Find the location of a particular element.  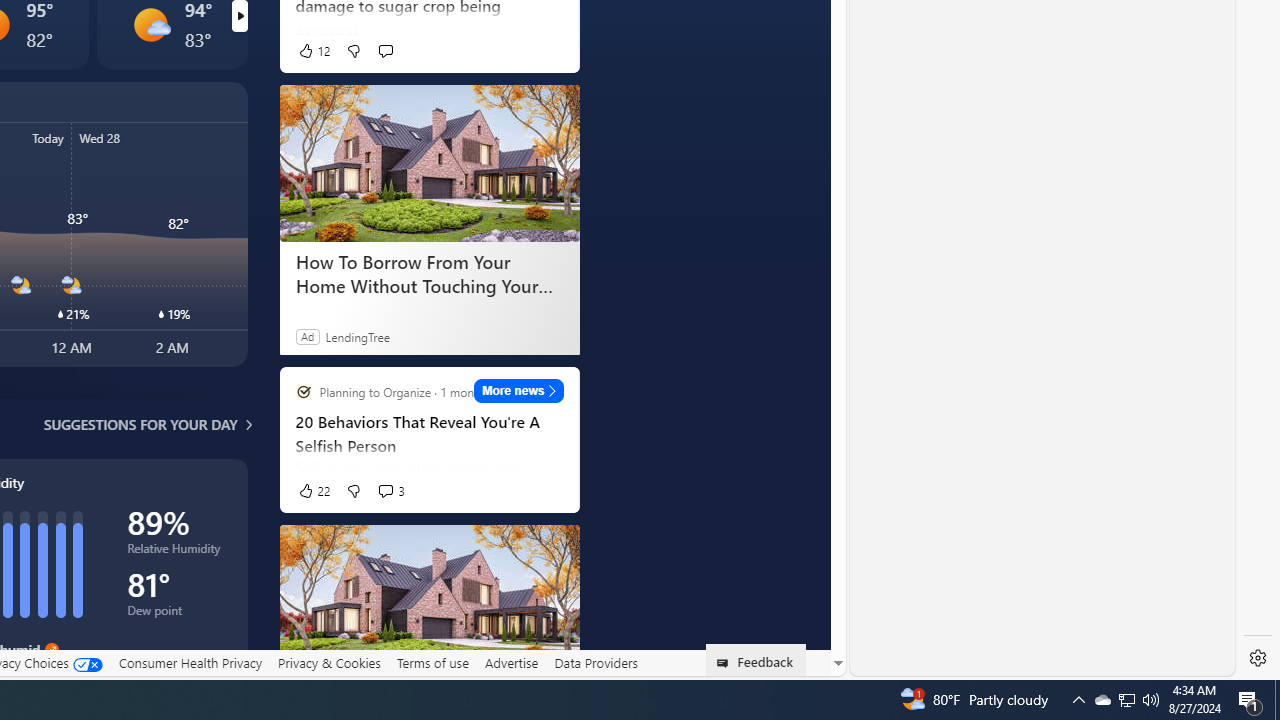

'Mostly sunny' is located at coordinates (150, 24).